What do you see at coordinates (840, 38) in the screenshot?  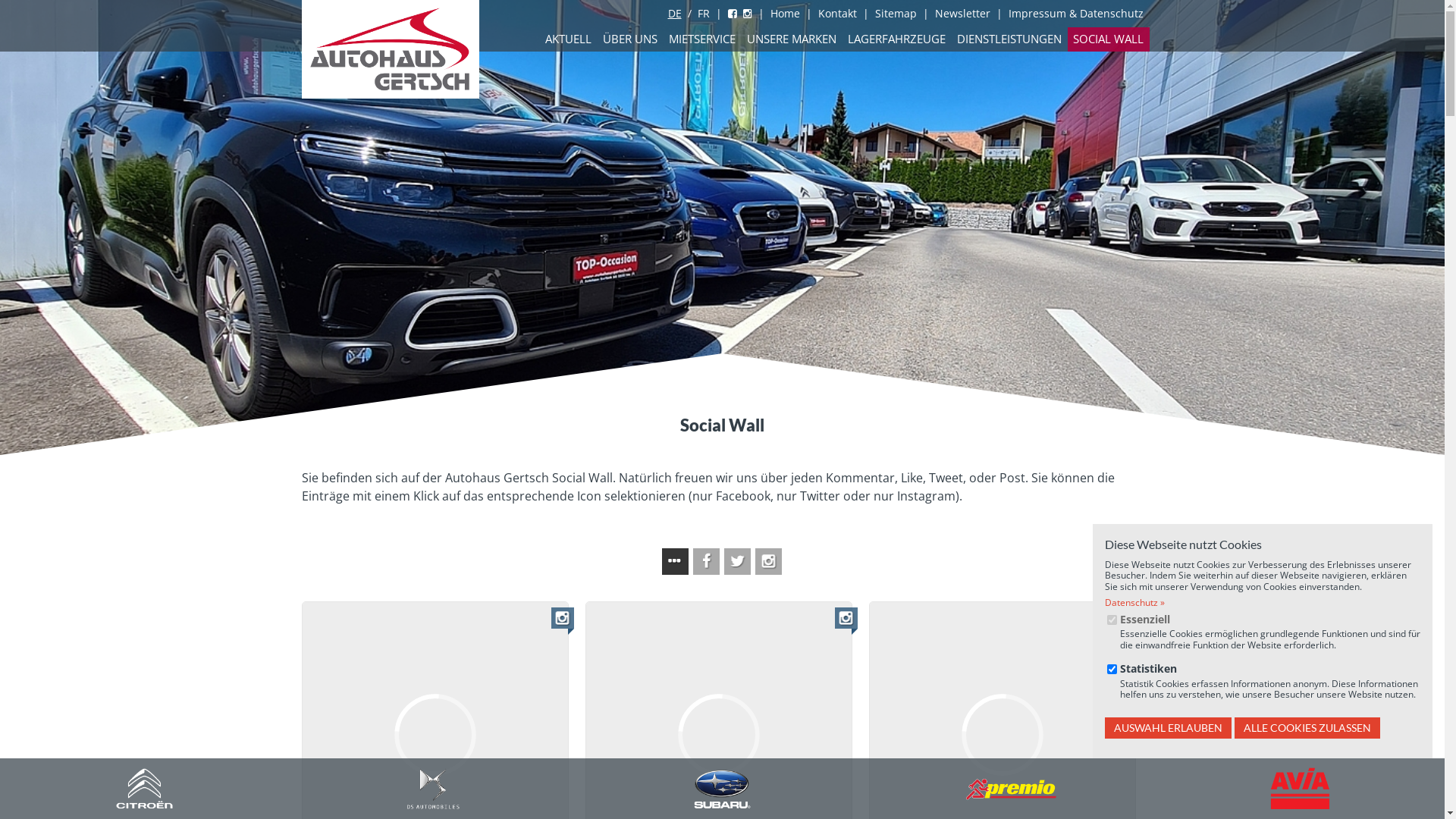 I see `'LAGERFAHRZEUGE'` at bounding box center [840, 38].